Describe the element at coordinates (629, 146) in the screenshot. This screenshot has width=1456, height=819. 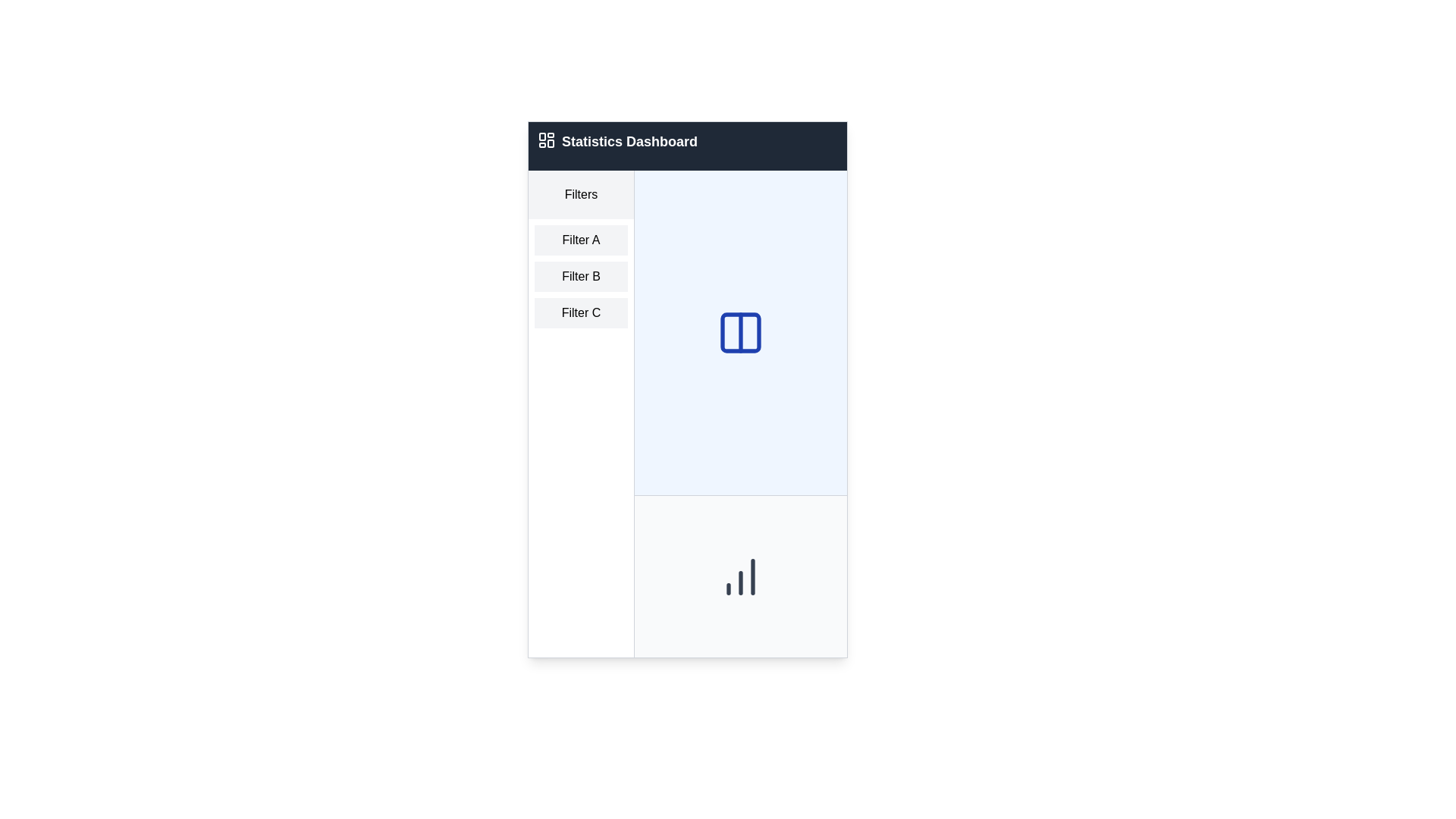
I see `the textual header displaying 'Statistics Dashboard' in the top navigation bar, which is positioned to the right of a small dashboard icon` at that location.